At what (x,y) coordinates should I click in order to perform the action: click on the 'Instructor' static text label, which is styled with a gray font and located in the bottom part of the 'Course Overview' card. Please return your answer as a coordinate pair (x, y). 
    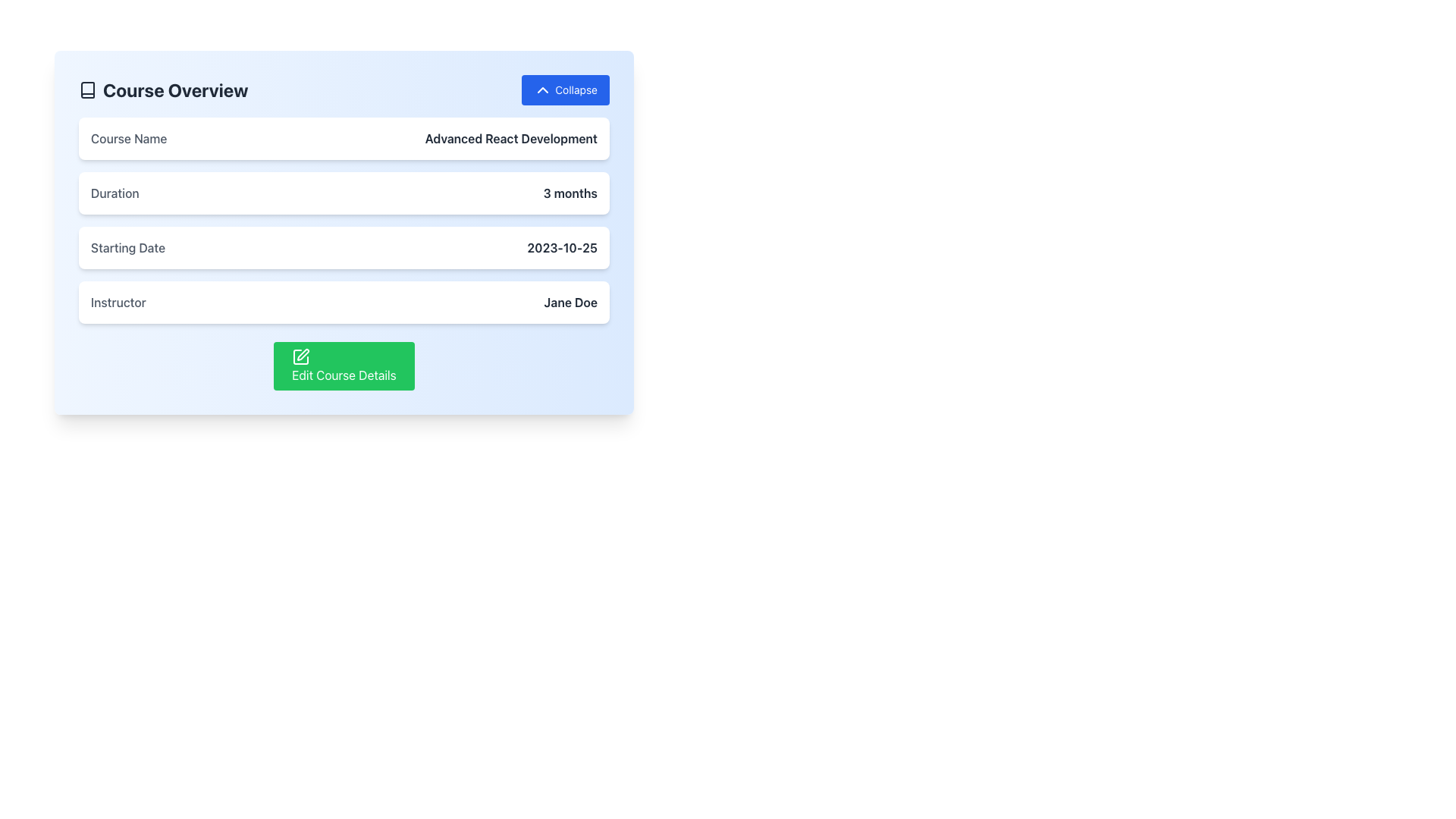
    Looking at the image, I should click on (118, 302).